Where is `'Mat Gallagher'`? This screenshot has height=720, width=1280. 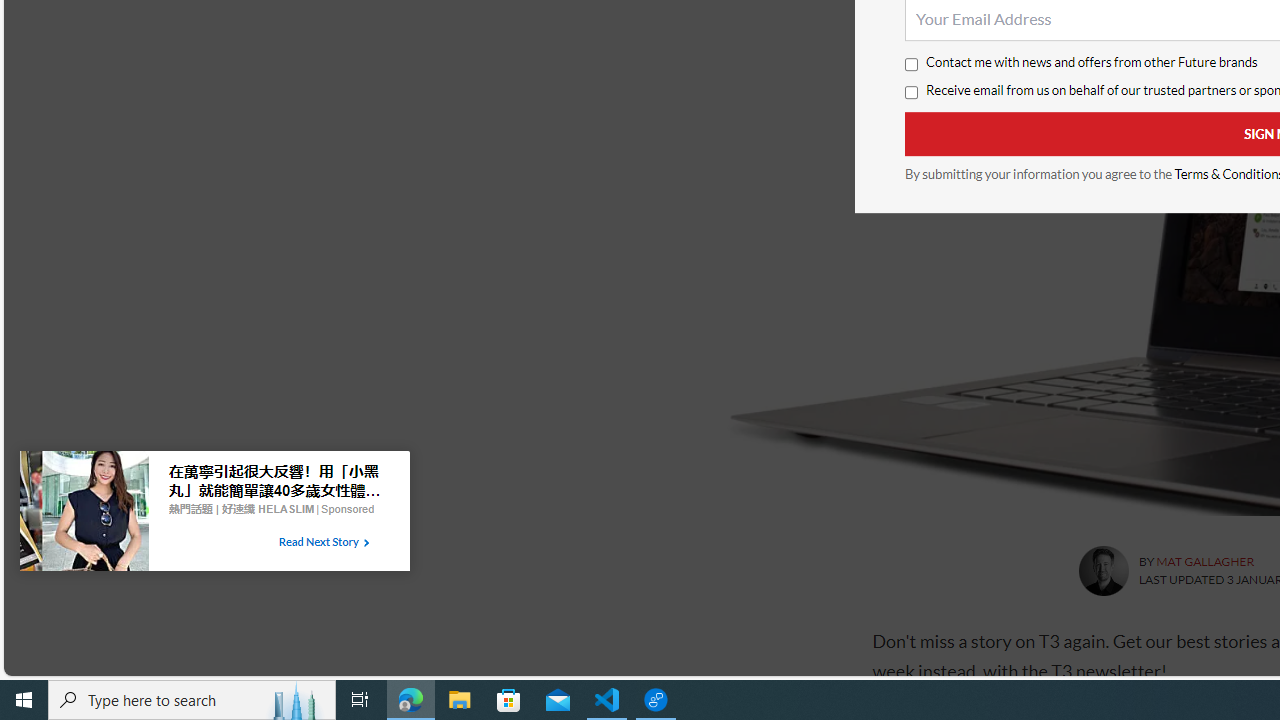 'Mat Gallagher' is located at coordinates (1102, 571).